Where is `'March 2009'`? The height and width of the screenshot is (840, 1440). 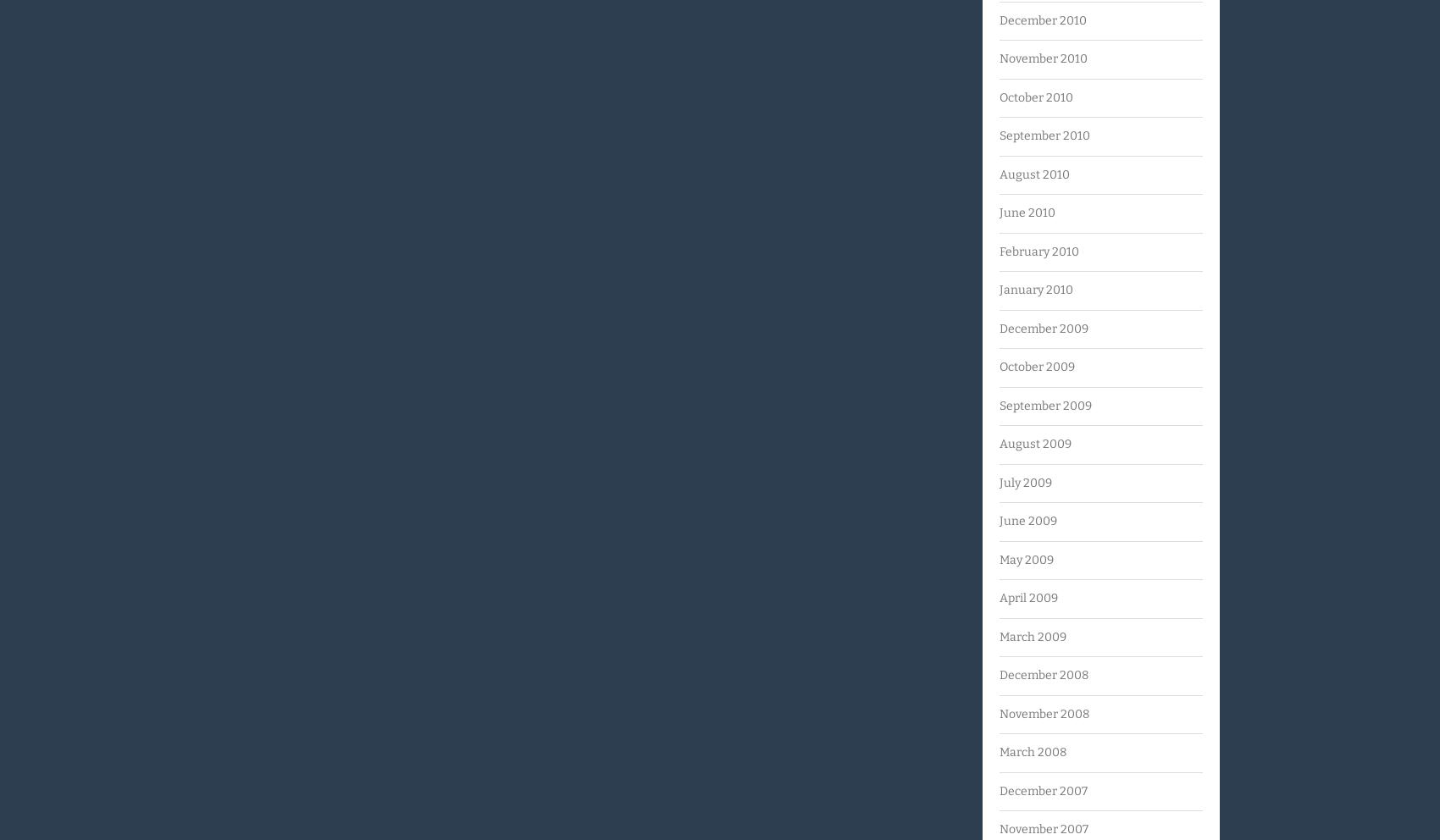
'March 2009' is located at coordinates (1032, 635).